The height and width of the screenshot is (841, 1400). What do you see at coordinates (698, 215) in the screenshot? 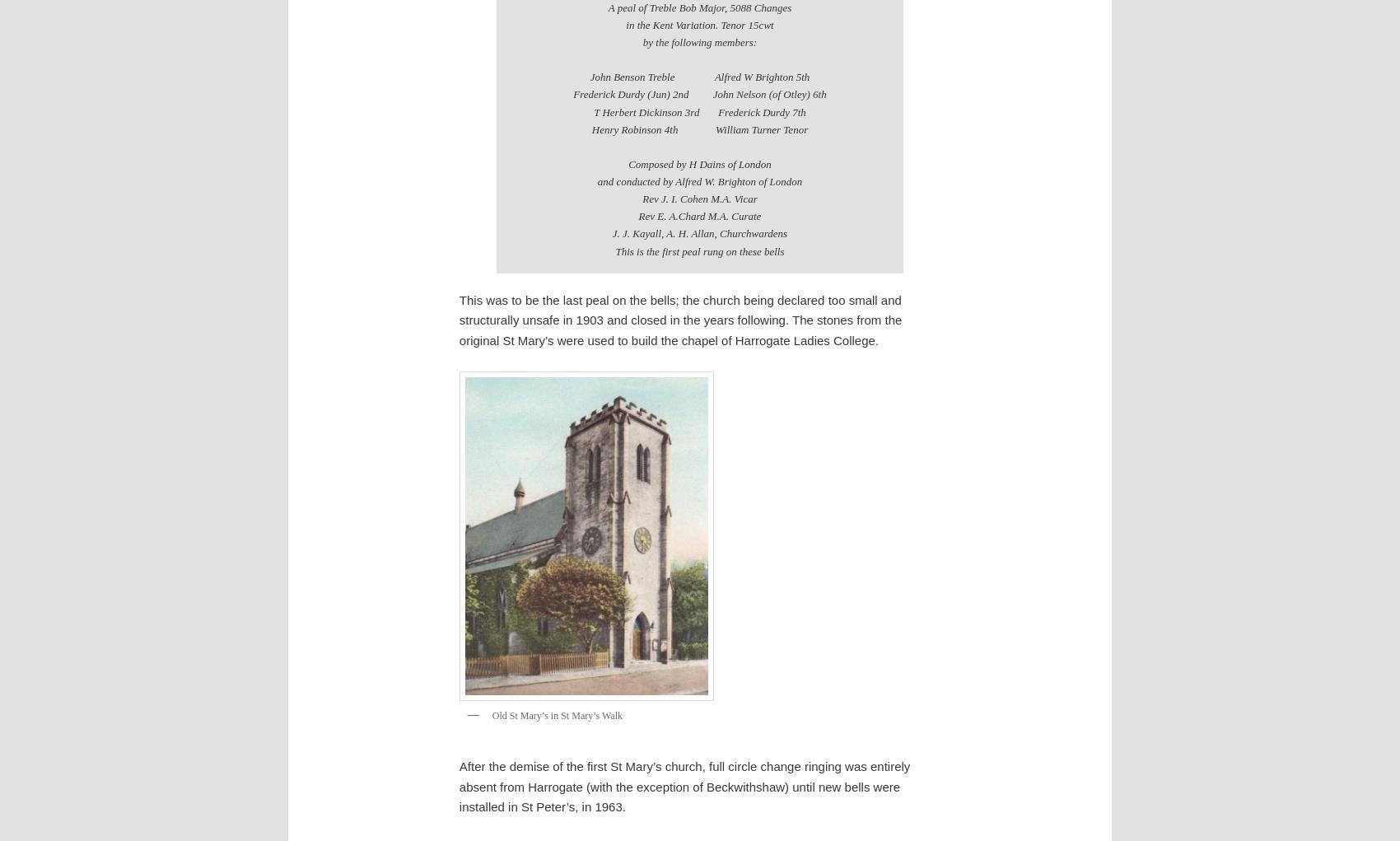
I see `'Rev E. A.Chard M.A. Curate'` at bounding box center [698, 215].